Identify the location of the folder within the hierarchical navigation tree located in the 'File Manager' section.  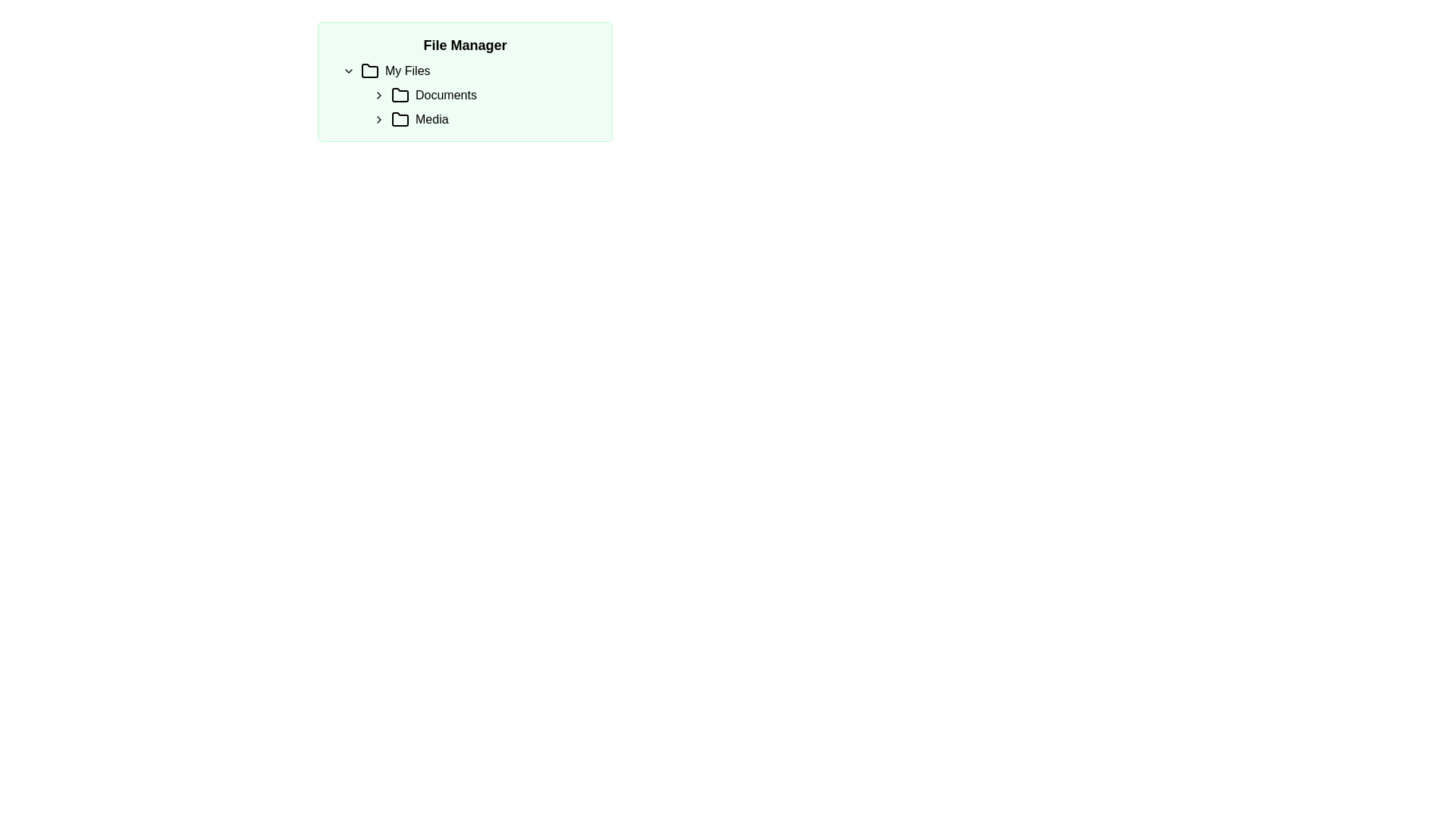
(464, 96).